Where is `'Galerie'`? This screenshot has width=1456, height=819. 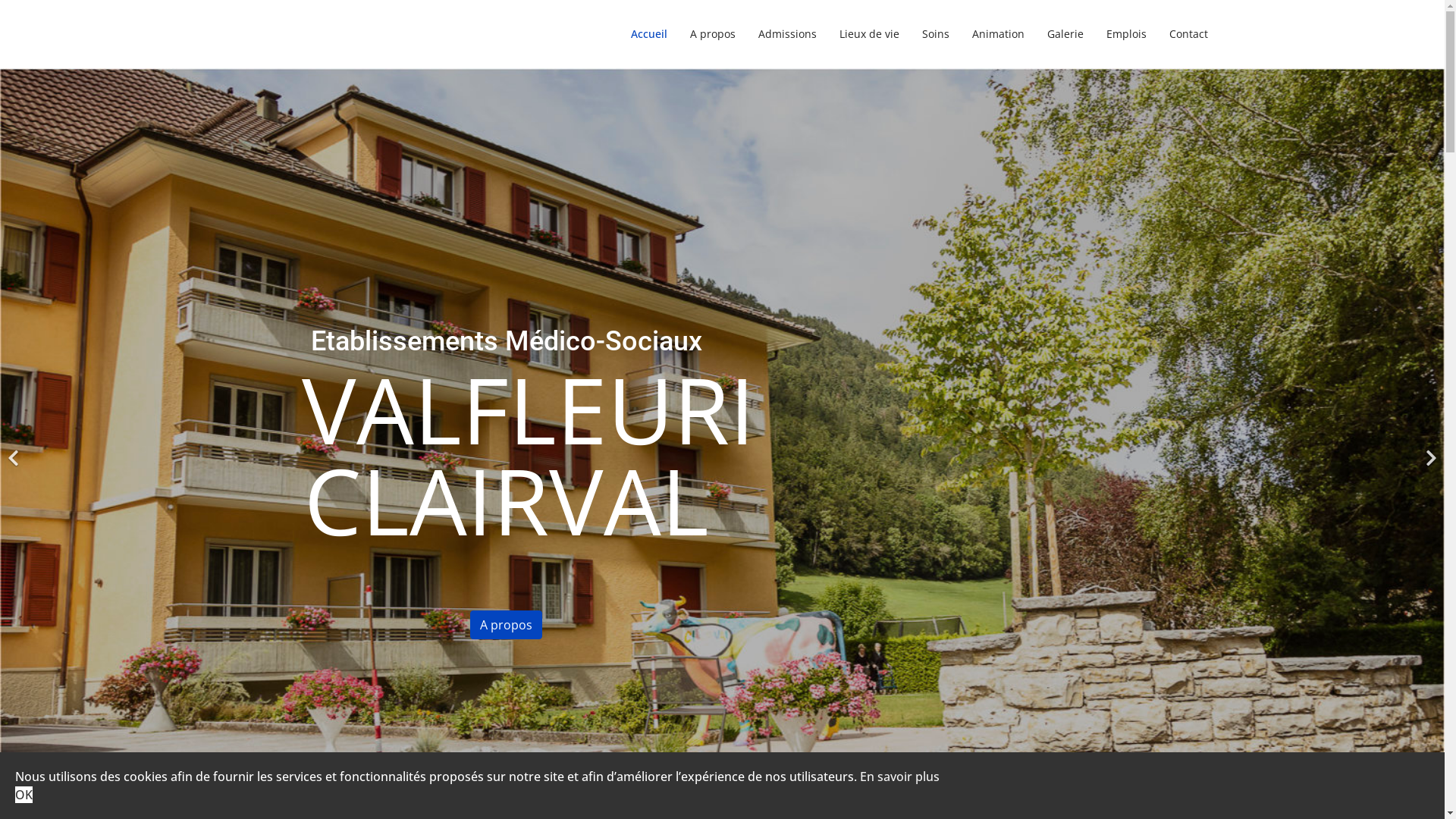 'Galerie' is located at coordinates (1065, 34).